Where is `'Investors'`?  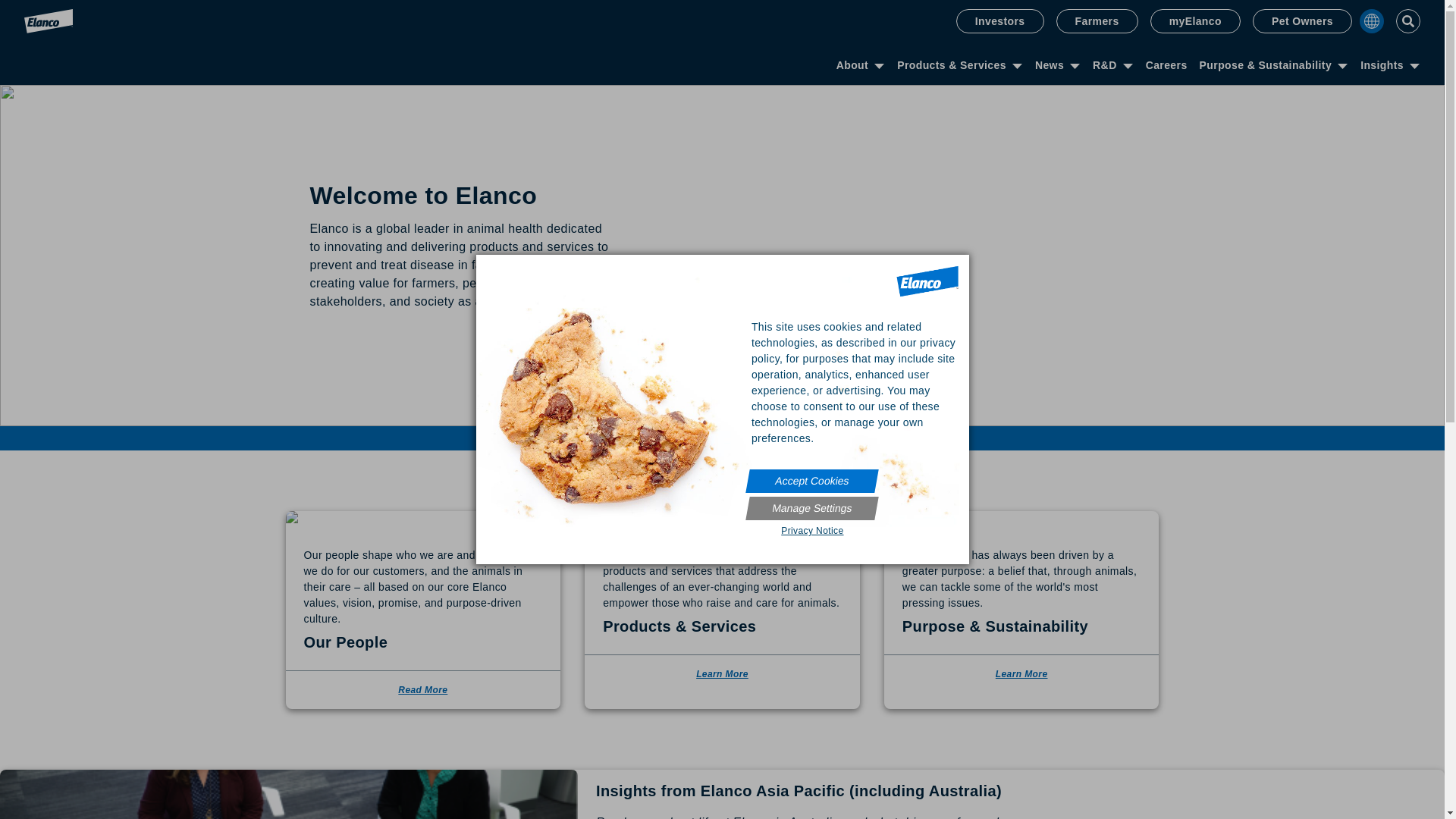 'Investors' is located at coordinates (1000, 20).